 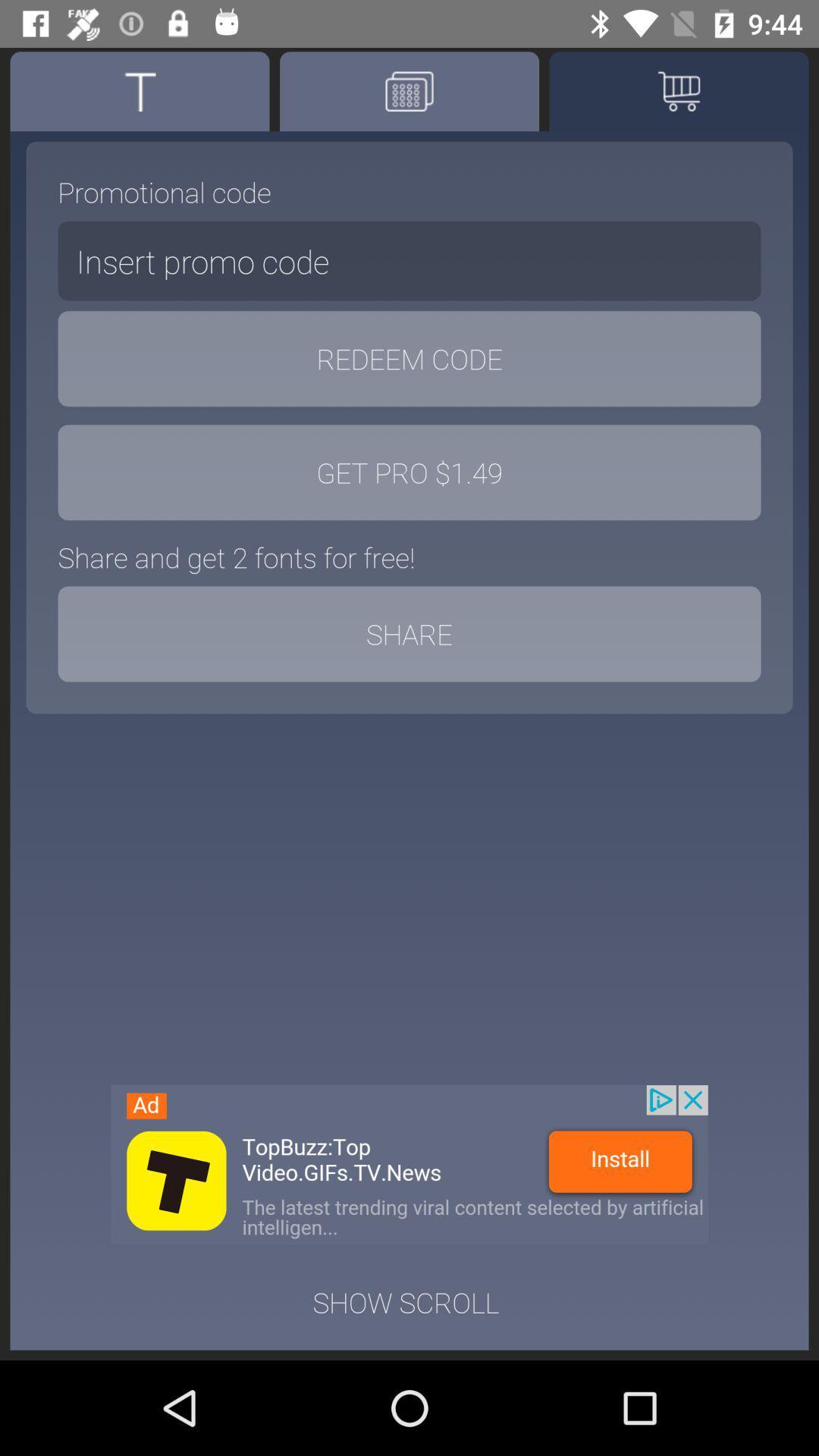 I want to click on cart option, so click(x=678, y=90).